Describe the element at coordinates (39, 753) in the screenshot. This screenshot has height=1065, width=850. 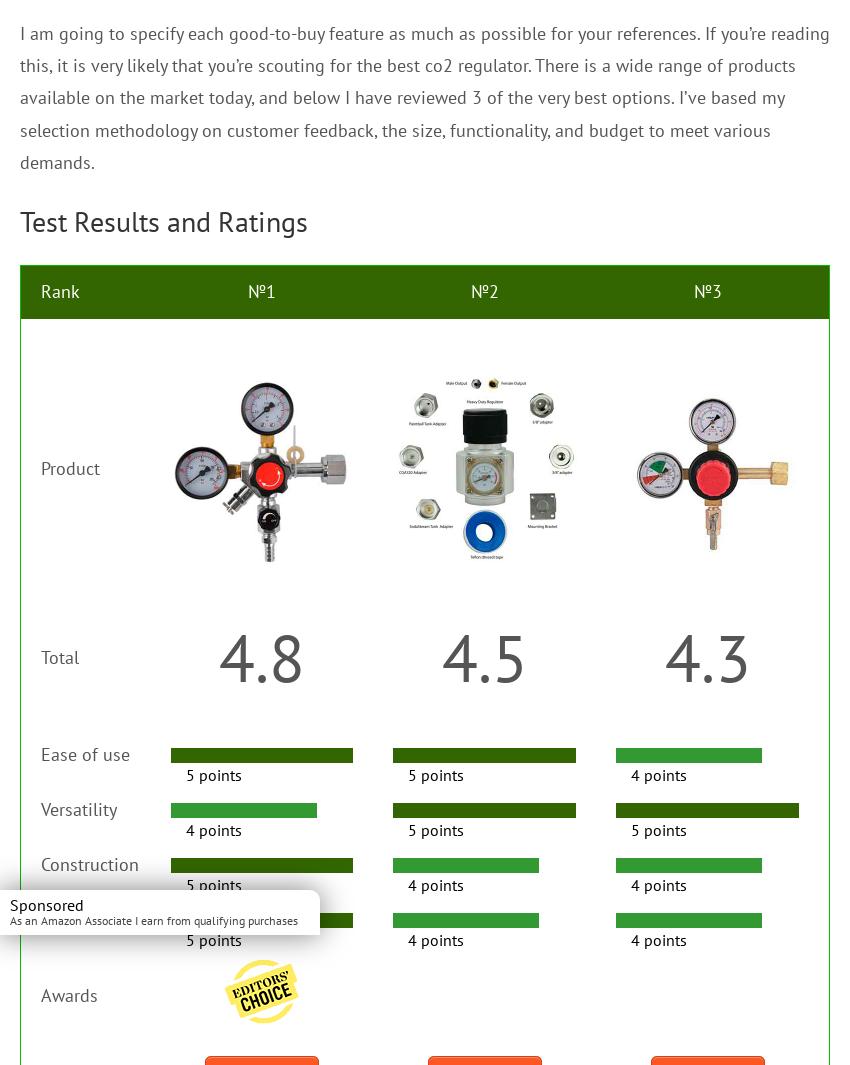
I see `'Ease of use'` at that location.